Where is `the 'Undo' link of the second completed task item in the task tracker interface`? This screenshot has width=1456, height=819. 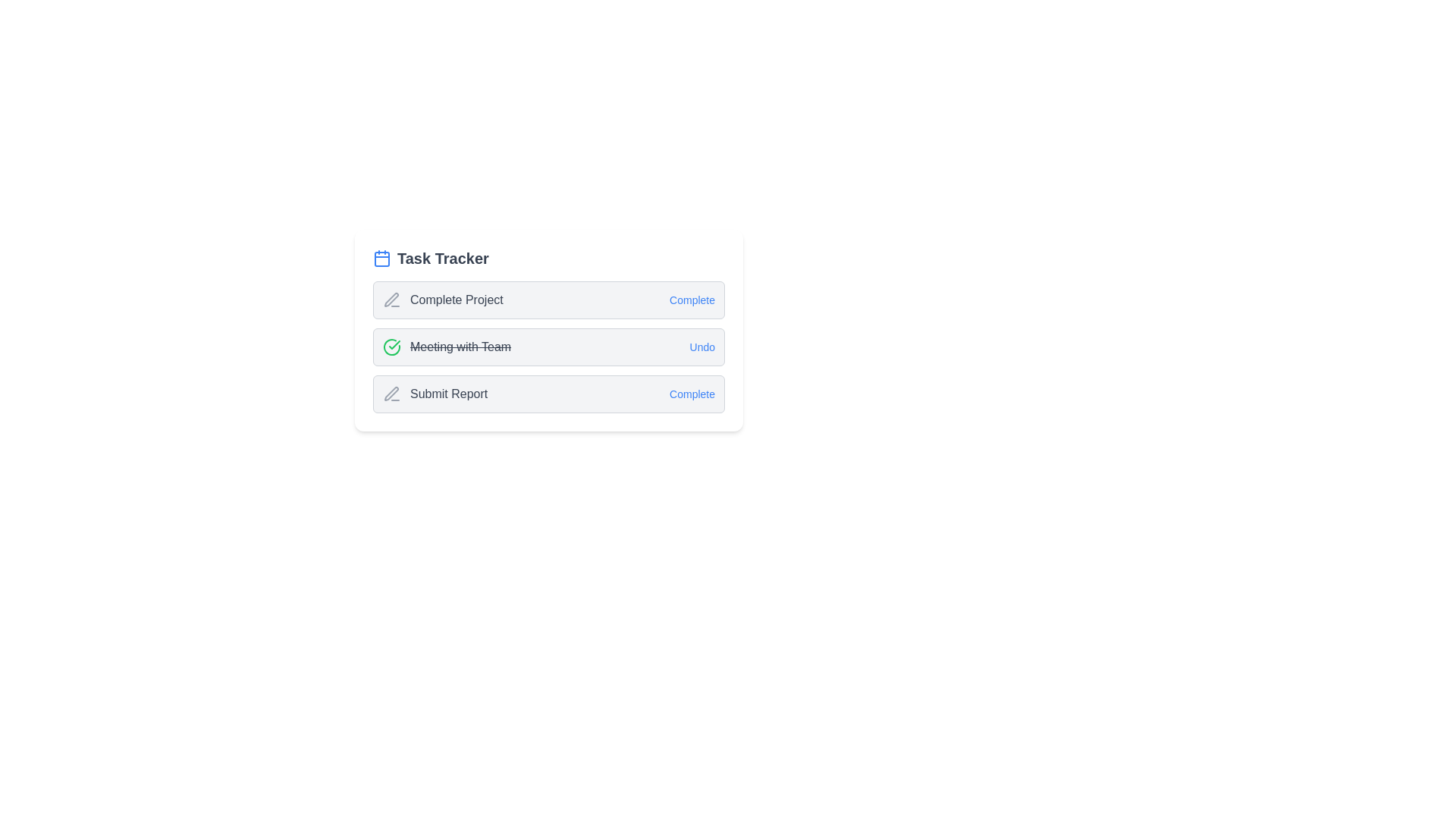 the 'Undo' link of the second completed task item in the task tracker interface is located at coordinates (548, 347).